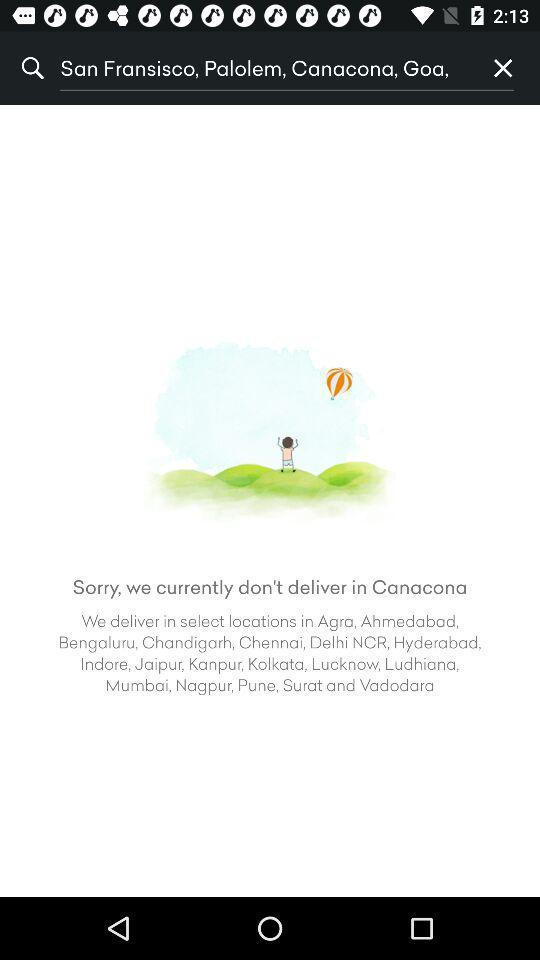 The height and width of the screenshot is (960, 540). I want to click on icon to the right of the san fransisco palolem icon, so click(502, 68).